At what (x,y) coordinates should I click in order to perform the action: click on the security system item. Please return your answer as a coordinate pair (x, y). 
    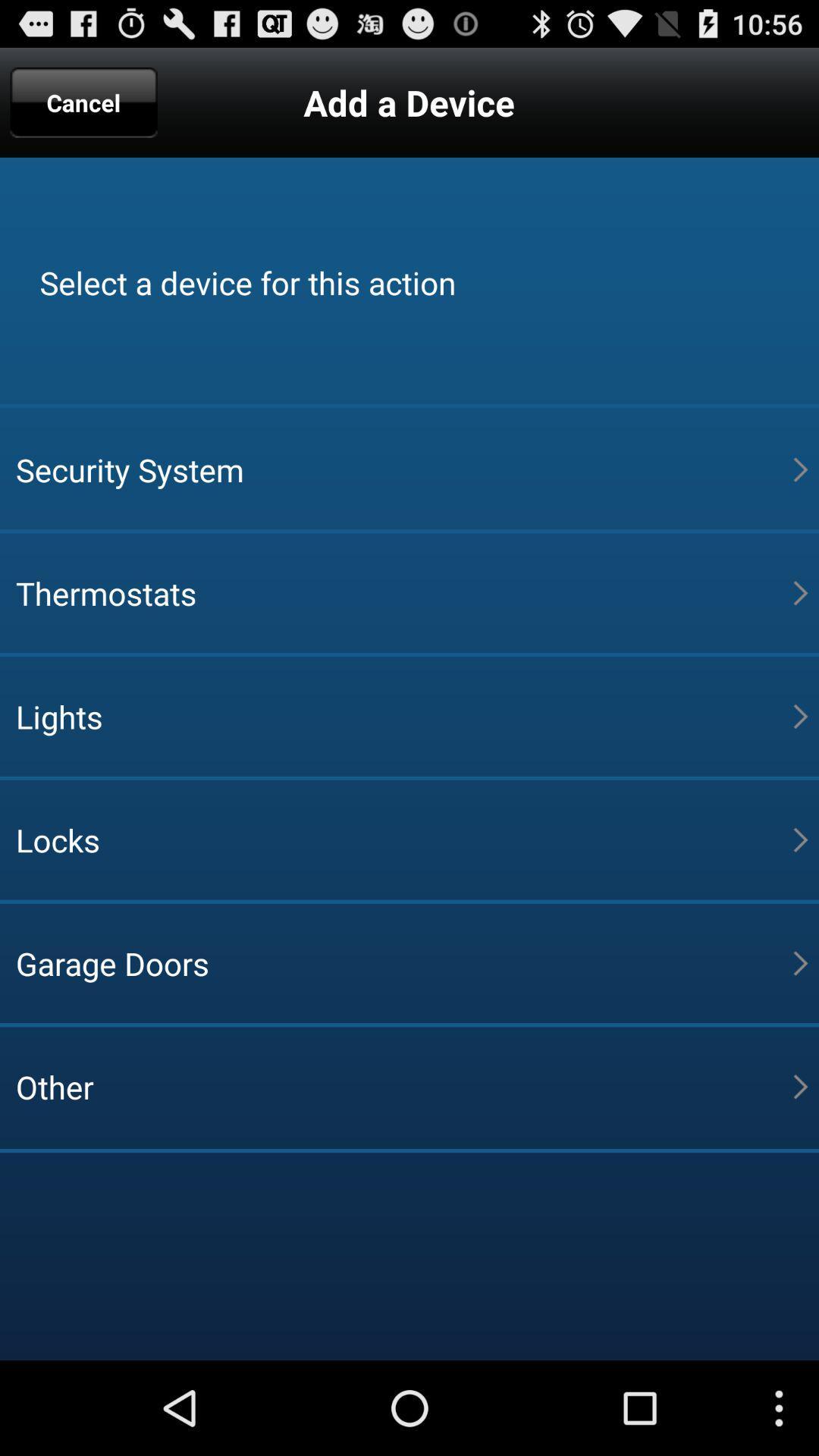
    Looking at the image, I should click on (403, 469).